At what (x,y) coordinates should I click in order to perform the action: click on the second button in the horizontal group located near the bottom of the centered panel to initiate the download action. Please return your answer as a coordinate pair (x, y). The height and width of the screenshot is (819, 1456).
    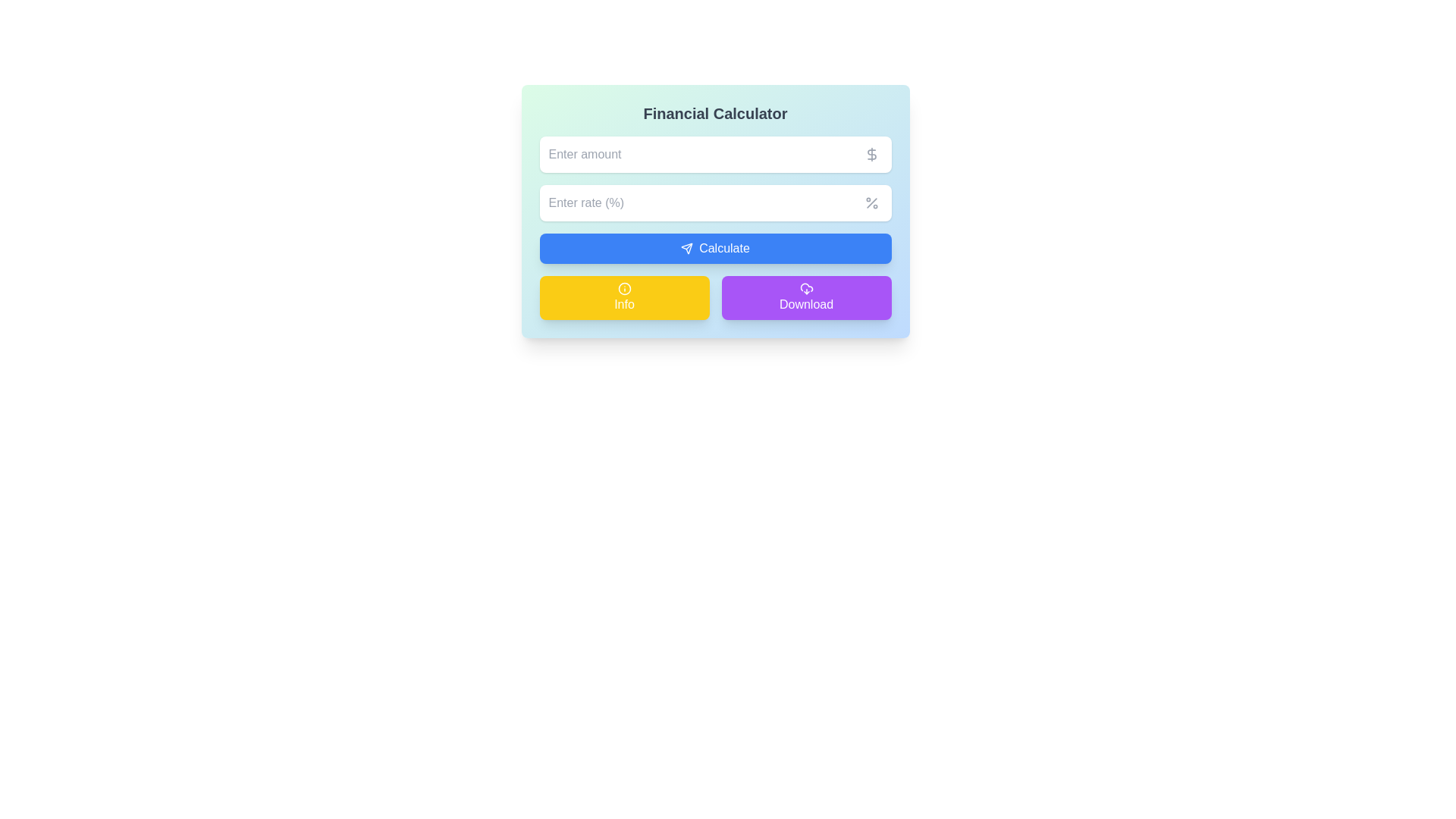
    Looking at the image, I should click on (805, 298).